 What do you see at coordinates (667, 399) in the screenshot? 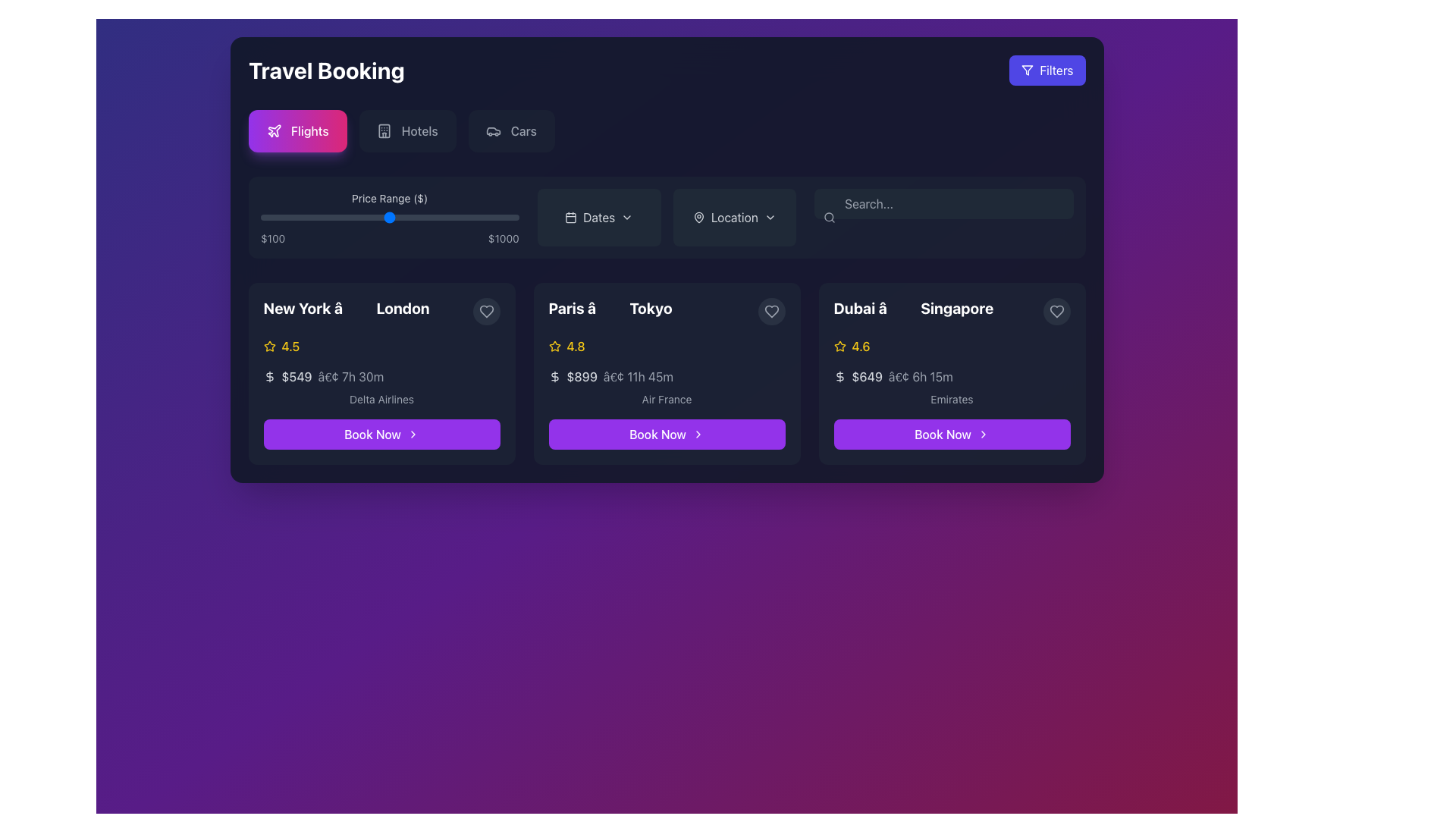
I see `the text label displaying 'Air France', which is a light gray text component positioned below the price and flight duration for the Paris to Tokyo flight option` at bounding box center [667, 399].